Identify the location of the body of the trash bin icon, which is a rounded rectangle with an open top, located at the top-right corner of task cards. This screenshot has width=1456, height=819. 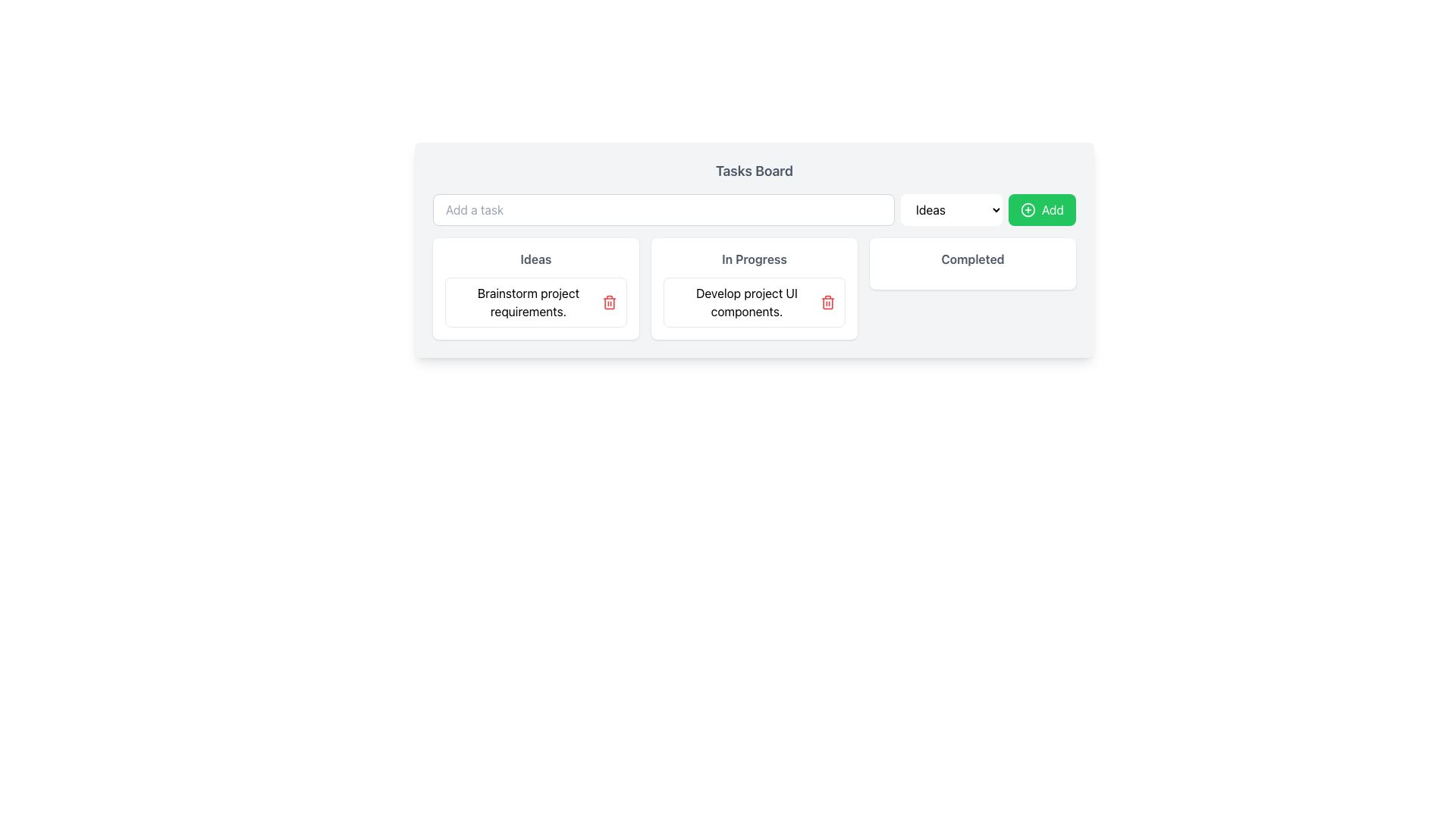
(610, 303).